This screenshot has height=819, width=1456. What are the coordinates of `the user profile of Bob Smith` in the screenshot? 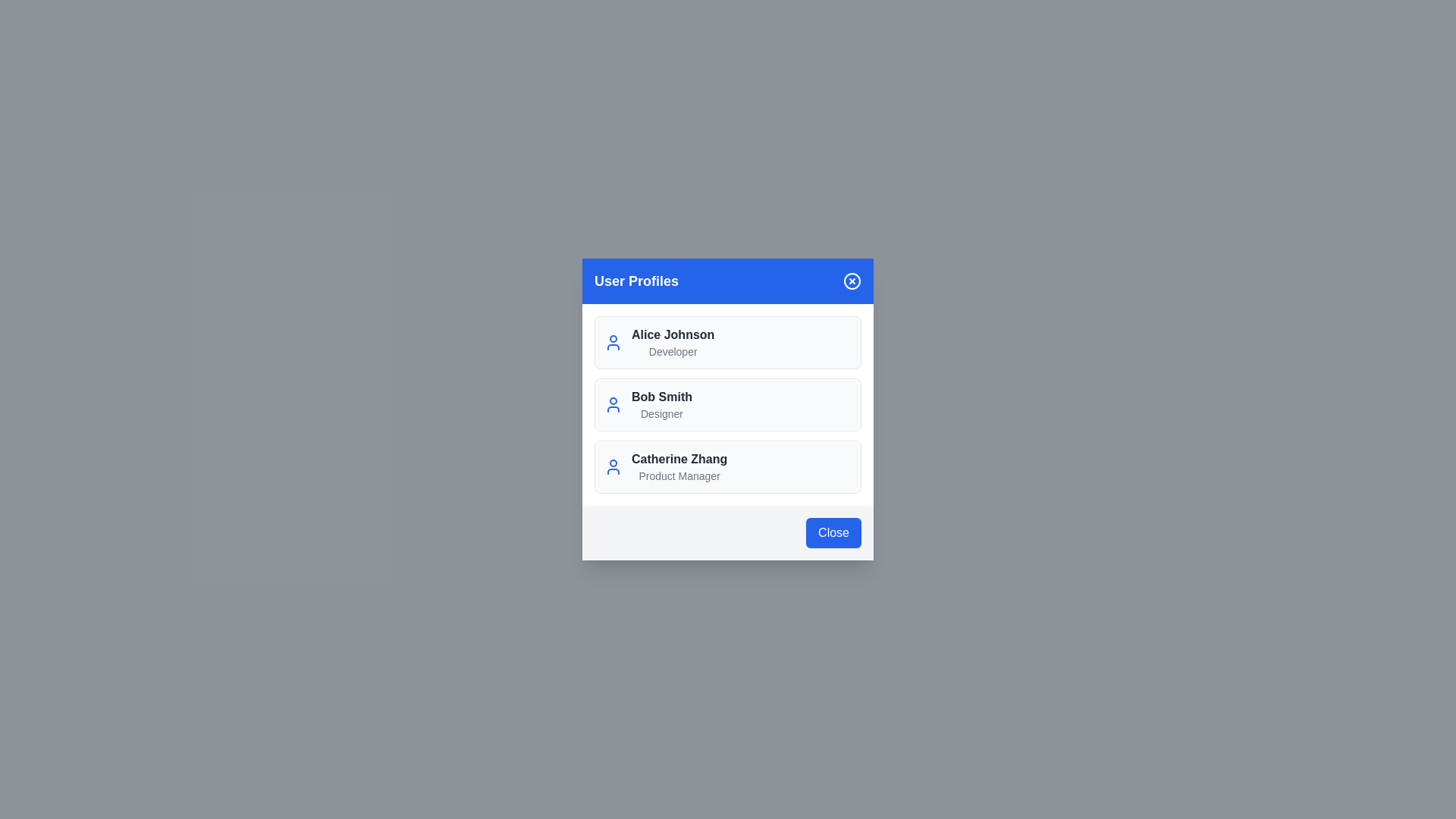 It's located at (728, 403).